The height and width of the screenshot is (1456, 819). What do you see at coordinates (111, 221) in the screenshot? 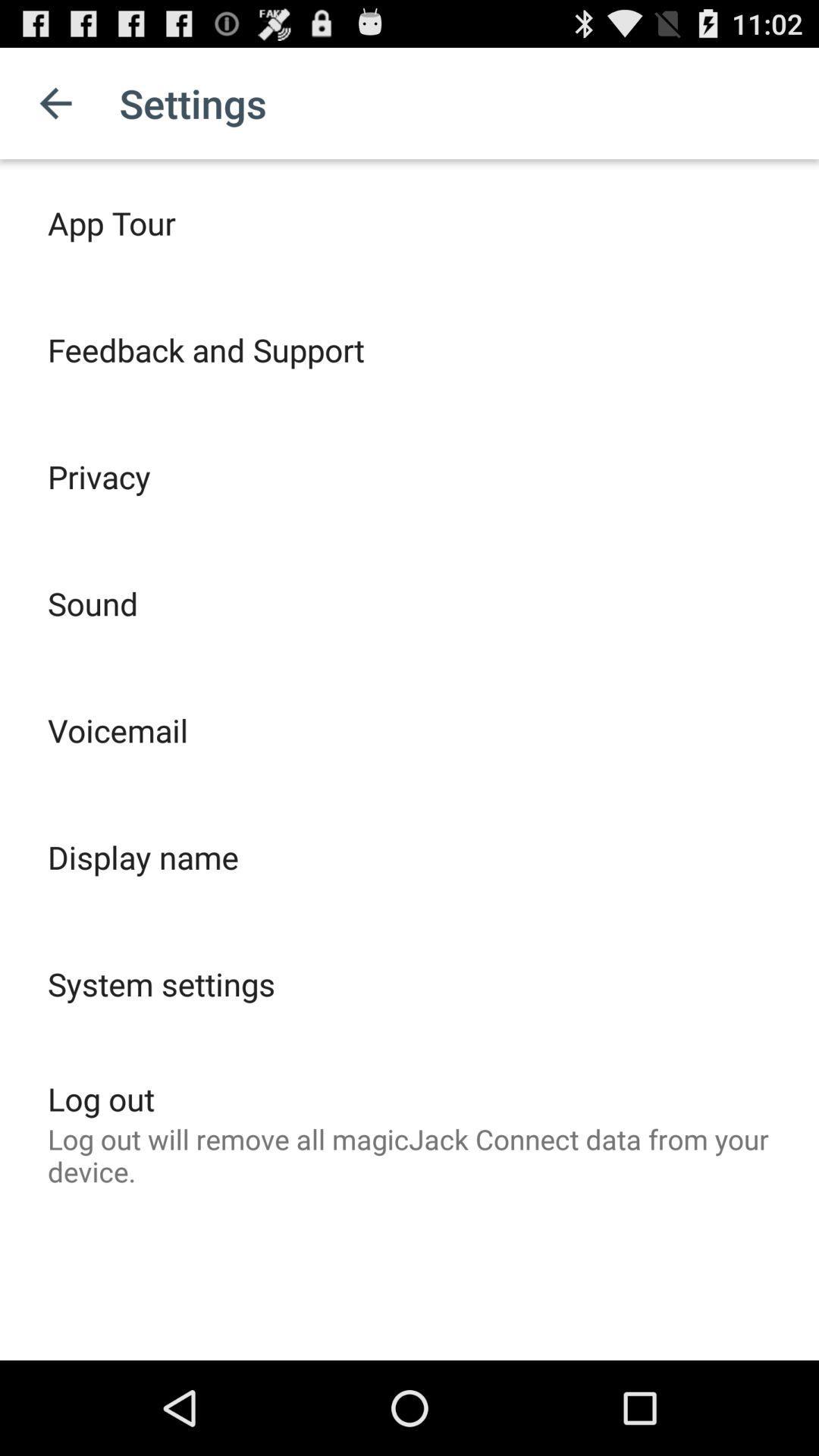
I see `the app tour item` at bounding box center [111, 221].